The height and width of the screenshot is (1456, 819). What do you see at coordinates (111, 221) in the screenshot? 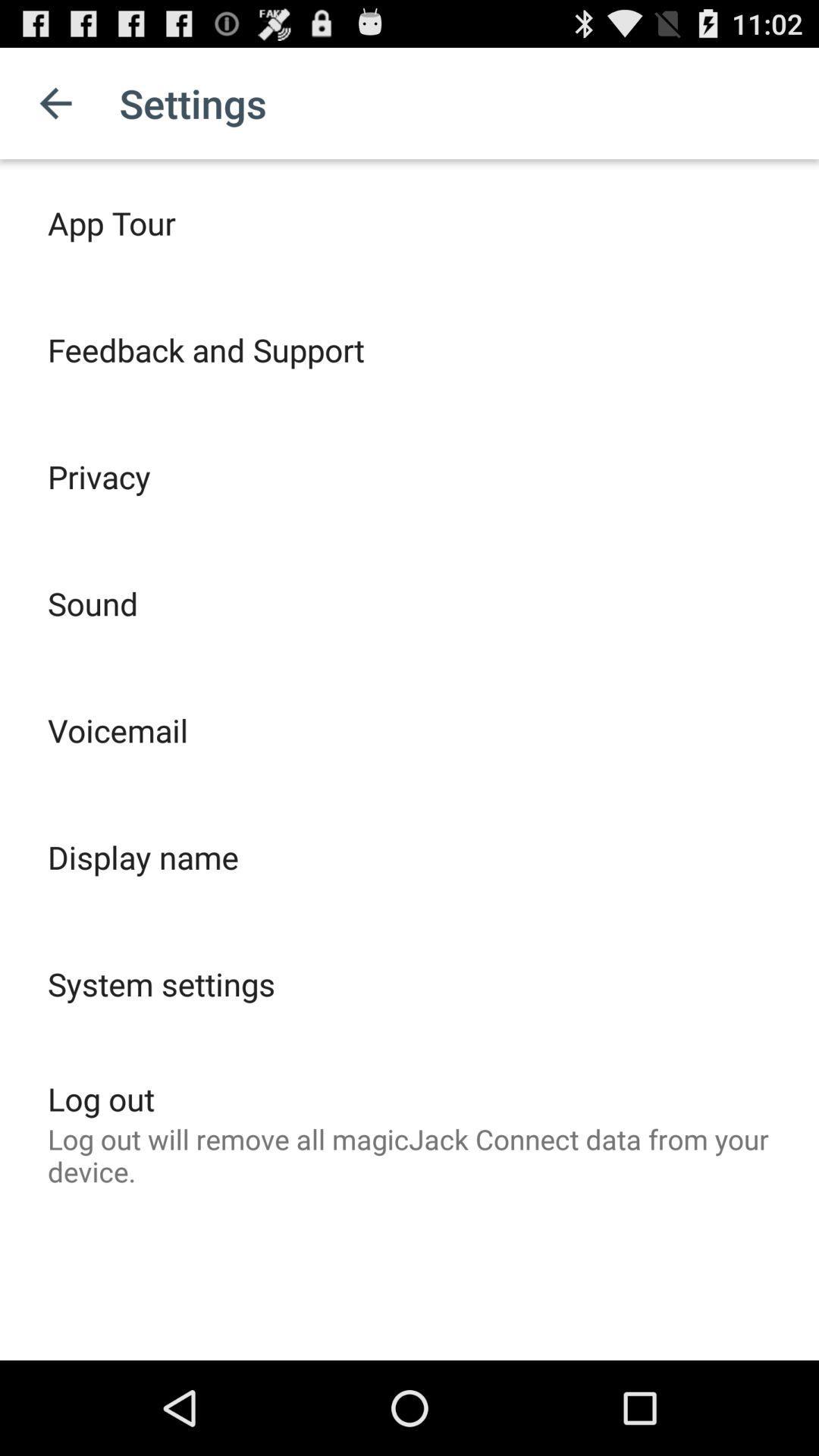
I see `the app tour item` at bounding box center [111, 221].